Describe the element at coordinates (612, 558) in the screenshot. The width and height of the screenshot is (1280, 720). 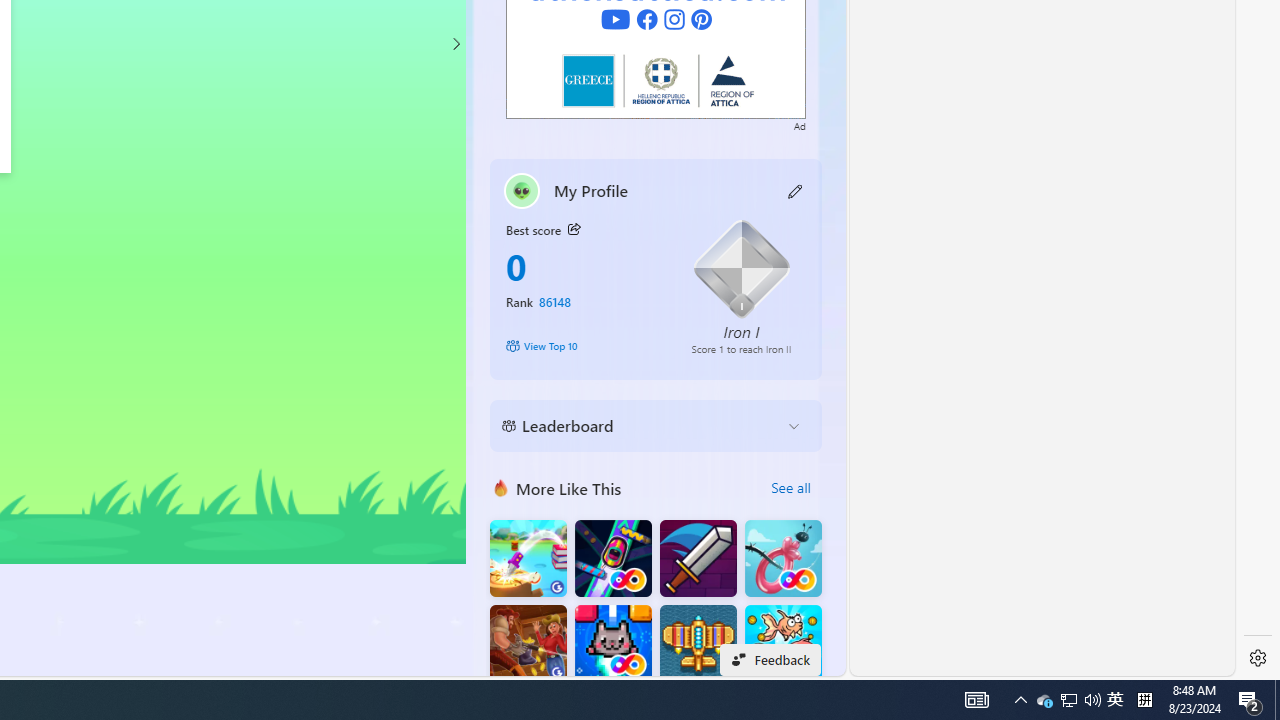
I see `'Bumper Car FRVR'` at that location.